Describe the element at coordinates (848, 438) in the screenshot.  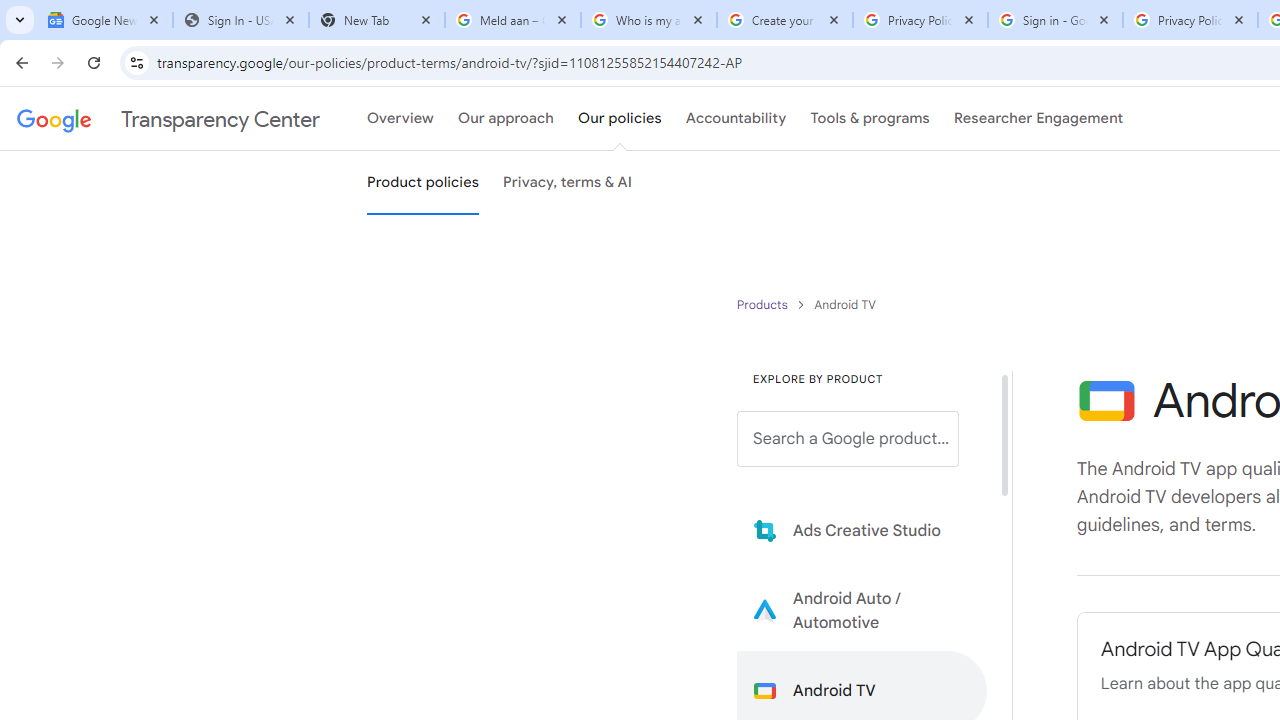
I see `'Search a Google product from below list.'` at that location.